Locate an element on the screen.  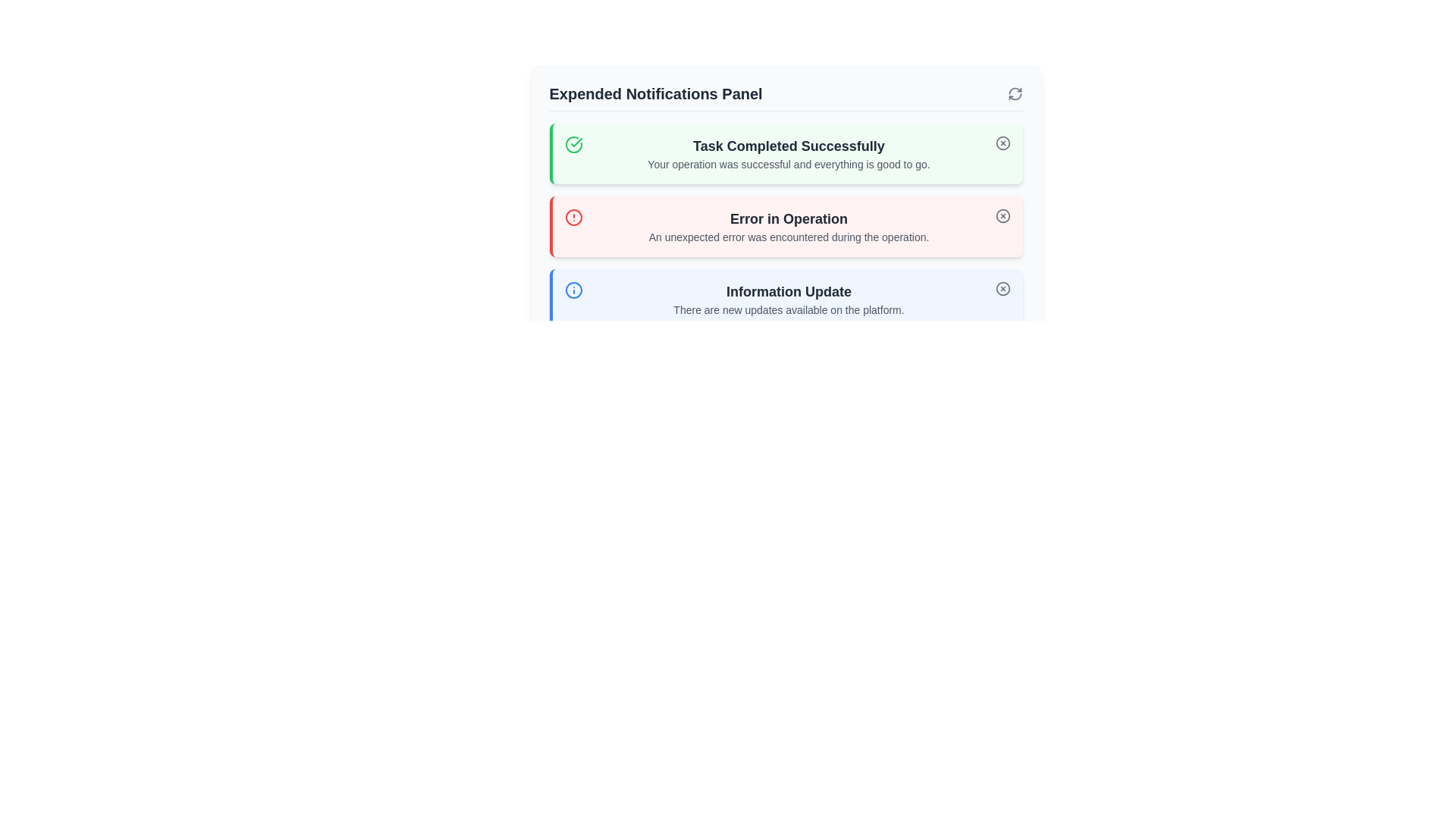
the dismissal button located at the top right of the 'Information Update' notification card, which has a blue border and light blue background is located at coordinates (1003, 289).